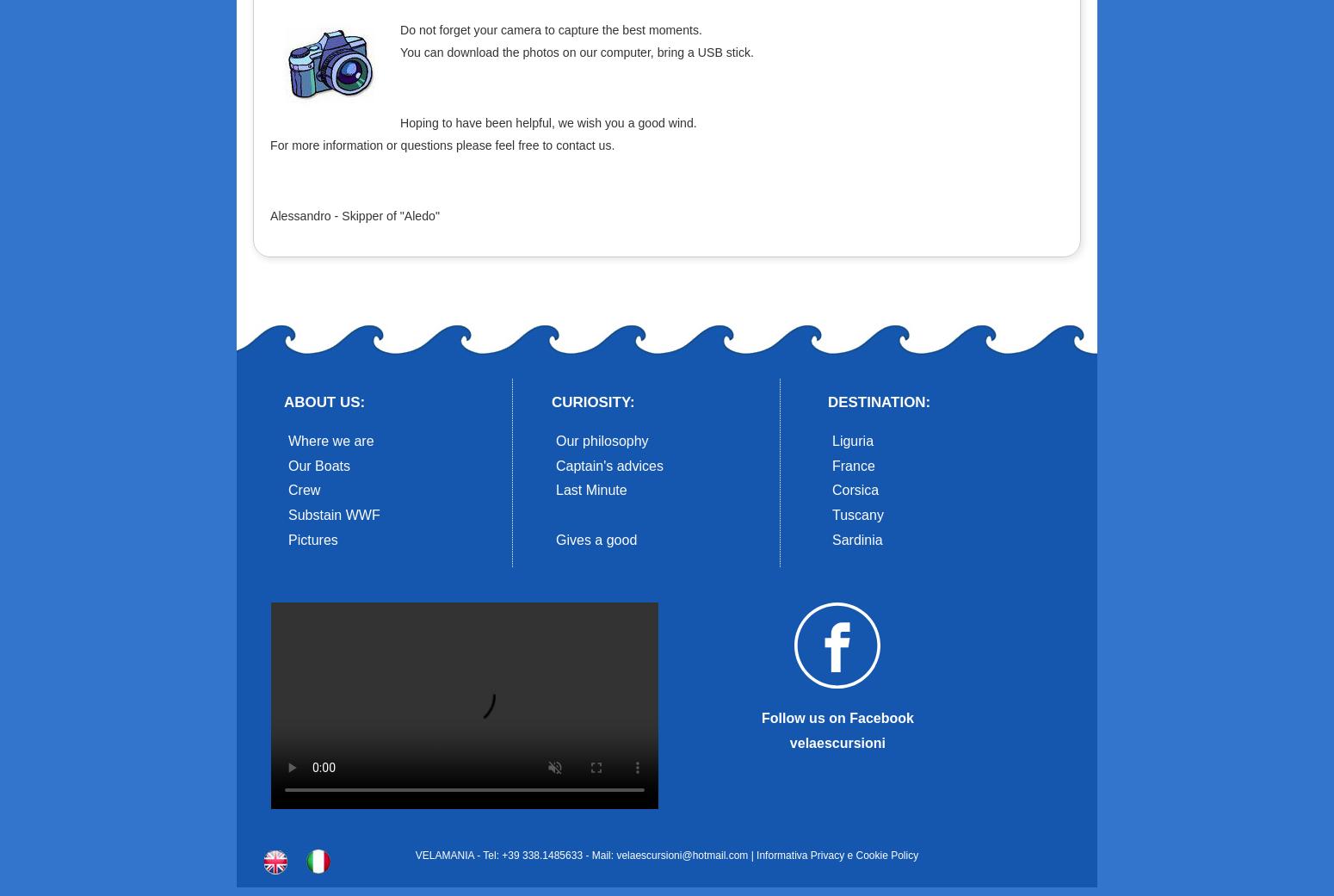  Describe the element at coordinates (788, 741) in the screenshot. I see `'velaescursioni'` at that location.